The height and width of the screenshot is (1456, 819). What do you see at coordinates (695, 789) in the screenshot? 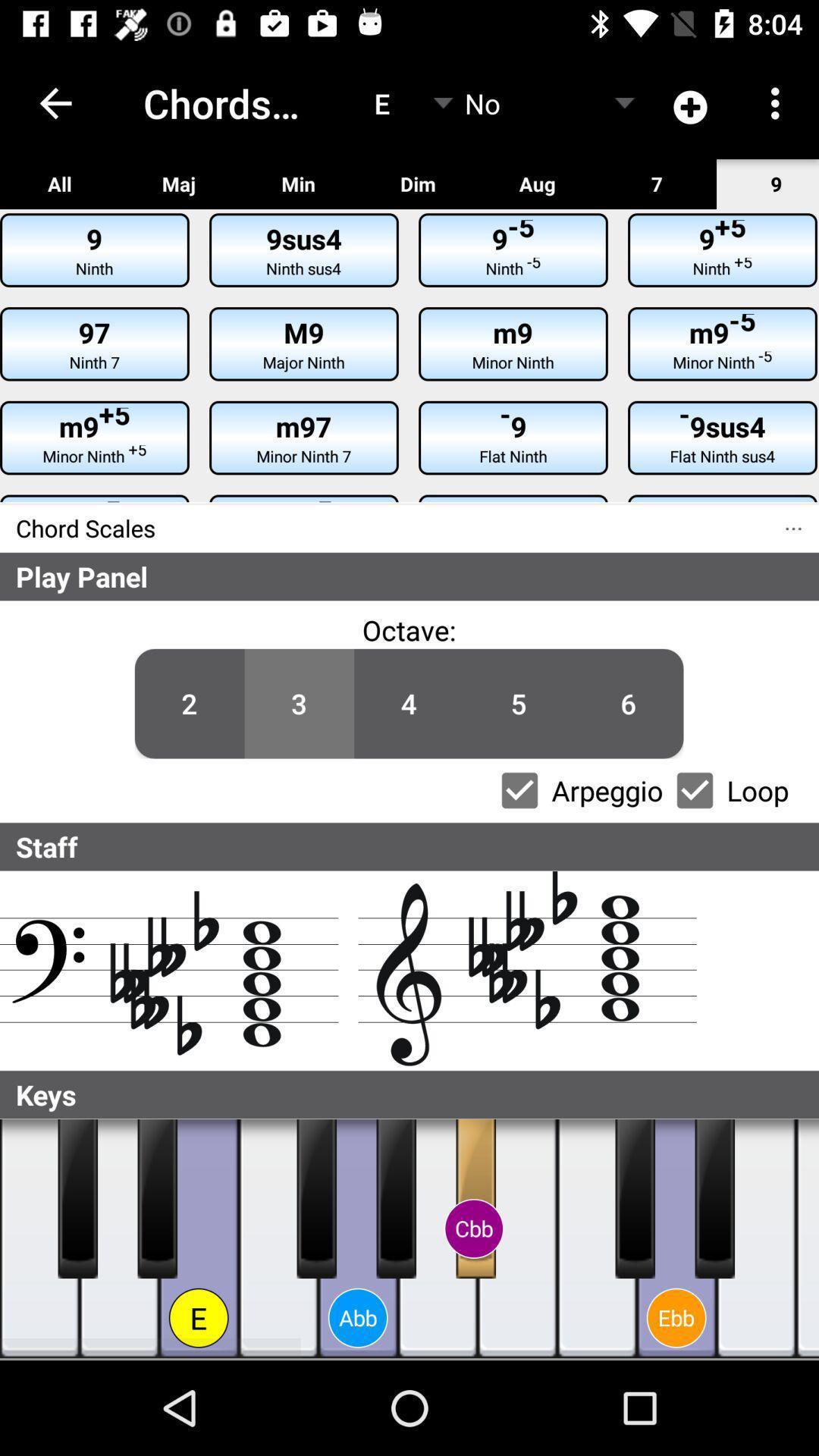
I see `the item to the left of loop icon` at bounding box center [695, 789].